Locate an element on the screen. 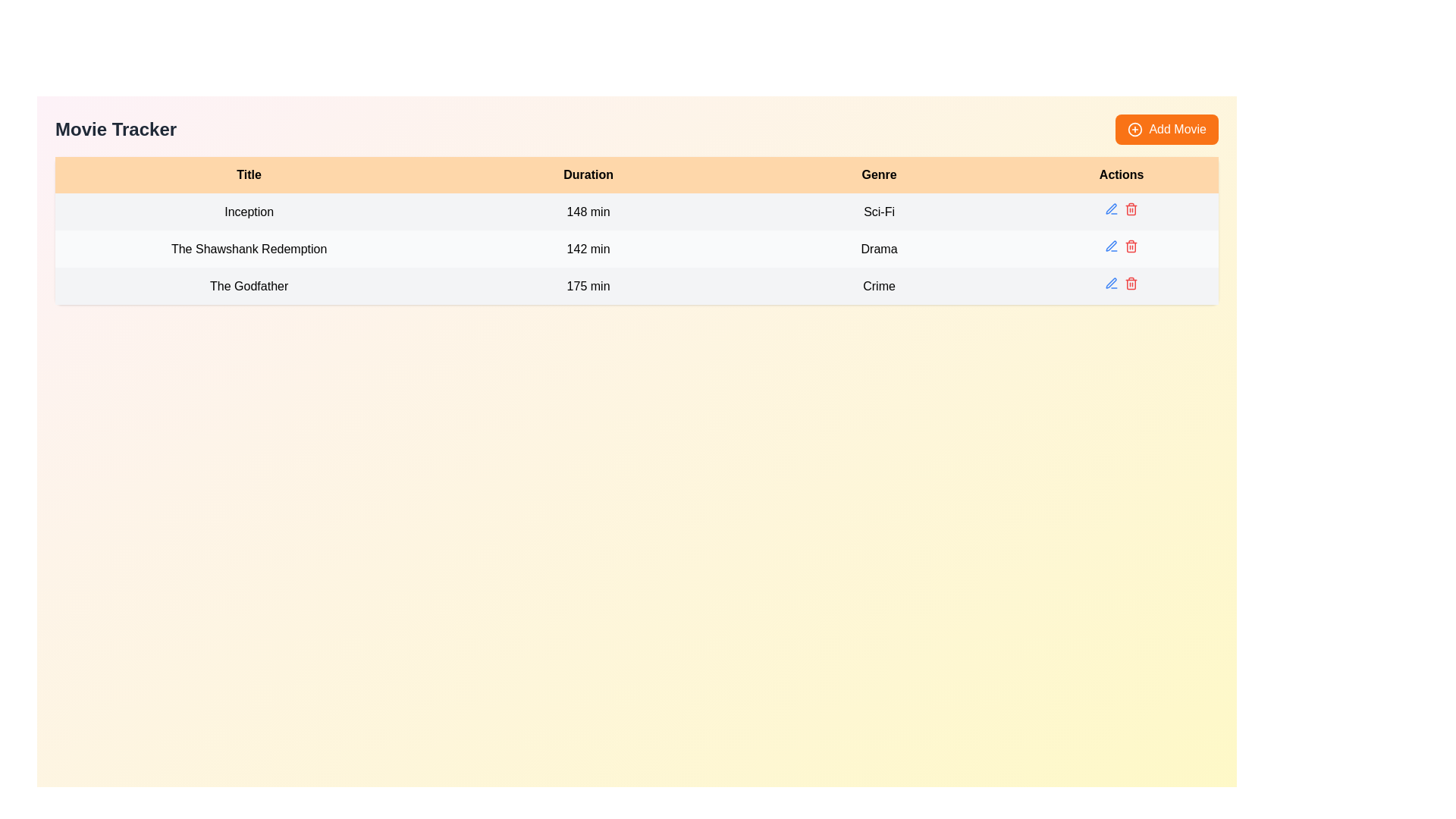 This screenshot has height=819, width=1456. the edit button icon for the entry 'The Godfather' located in the 'Actions' column of the third row is located at coordinates (1111, 283).